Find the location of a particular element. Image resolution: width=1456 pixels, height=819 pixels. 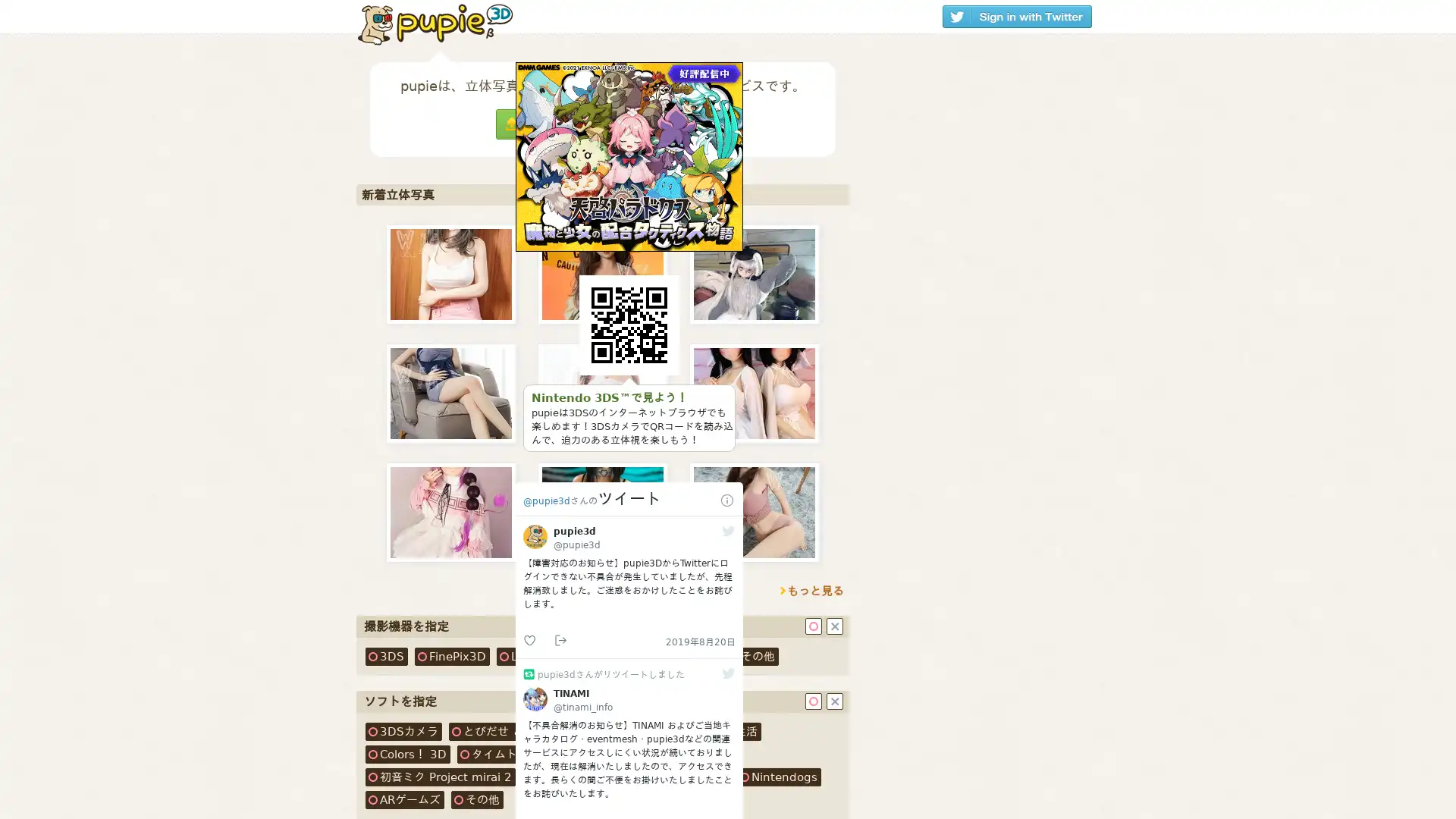

3DS is located at coordinates (386, 656).